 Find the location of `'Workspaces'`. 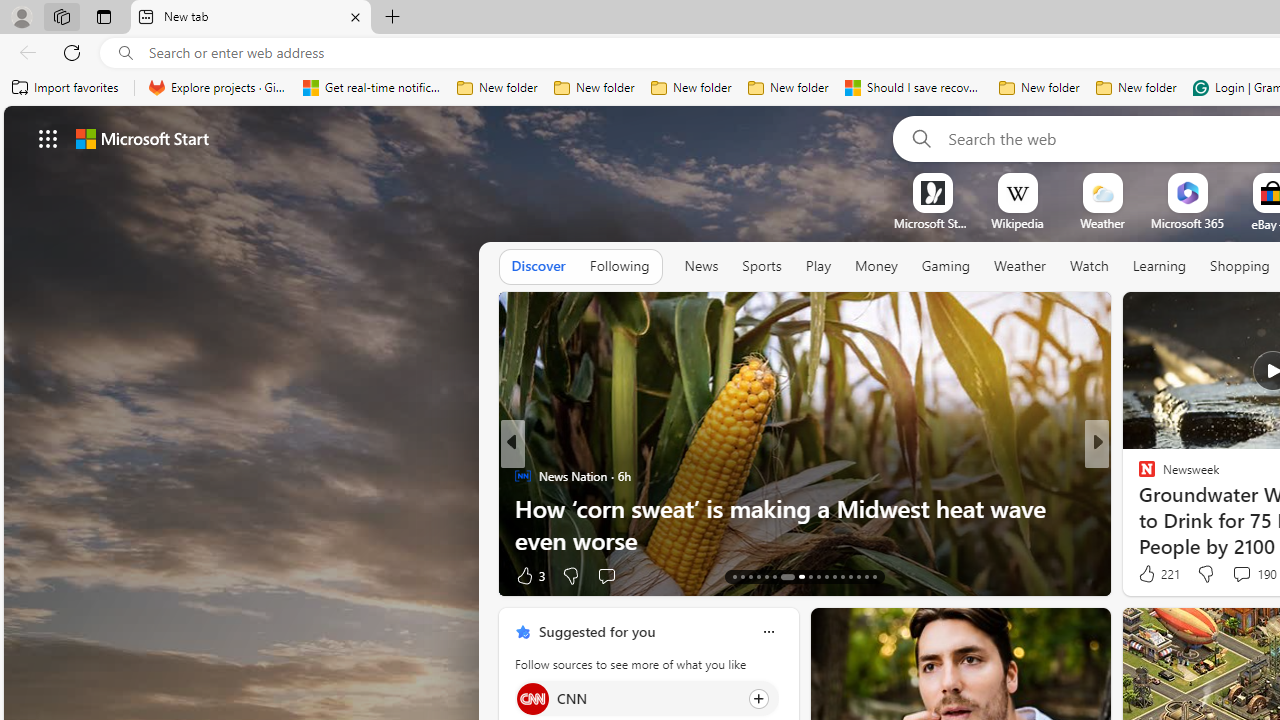

'Workspaces' is located at coordinates (61, 16).